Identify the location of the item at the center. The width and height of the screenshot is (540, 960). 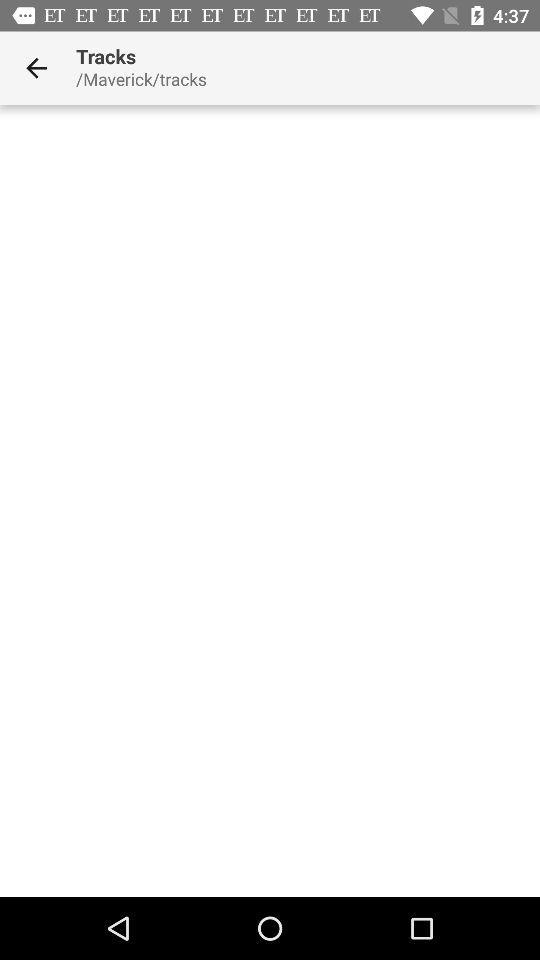
(270, 500).